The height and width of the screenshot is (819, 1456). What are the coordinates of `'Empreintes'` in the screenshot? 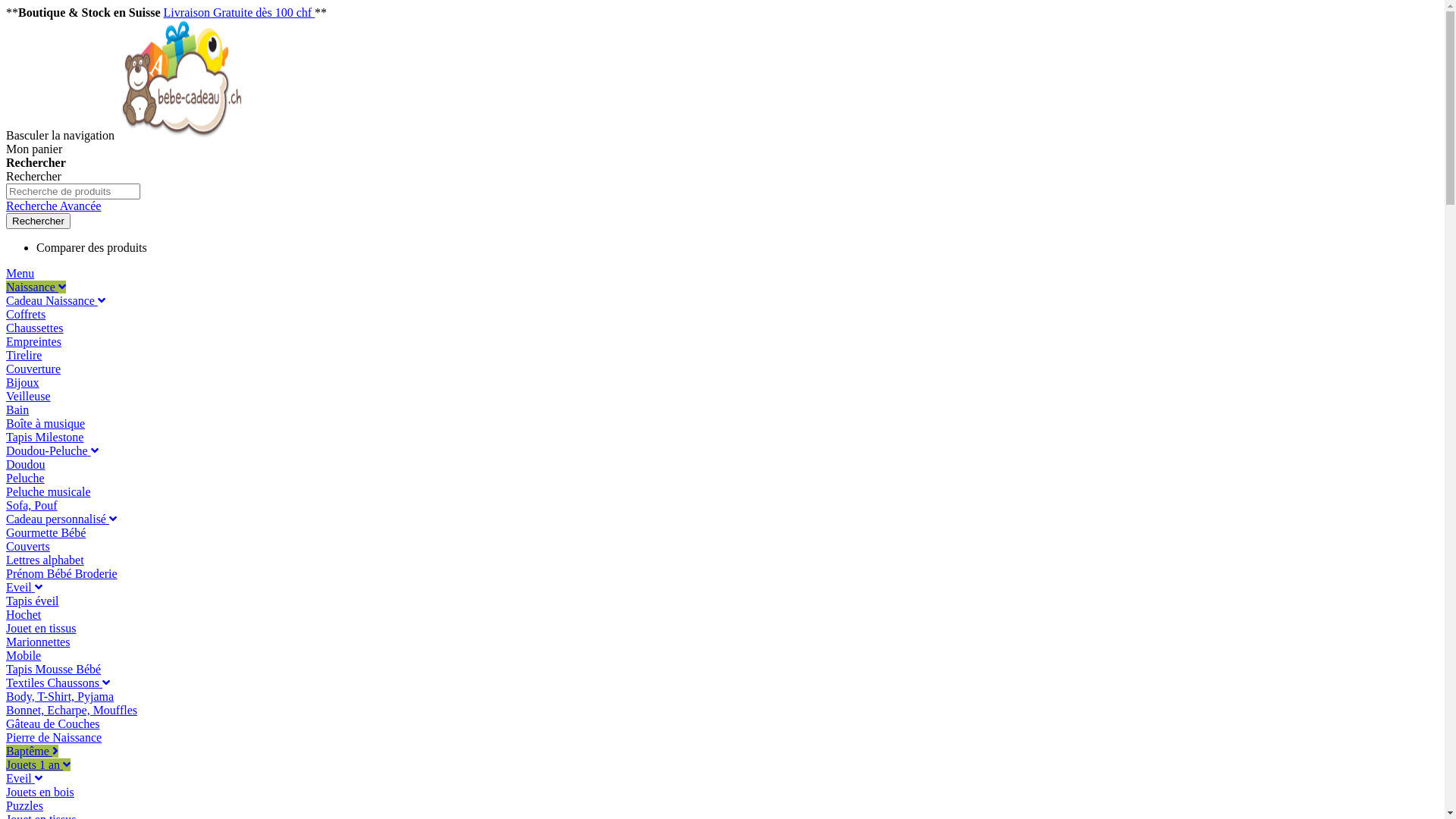 It's located at (6, 341).